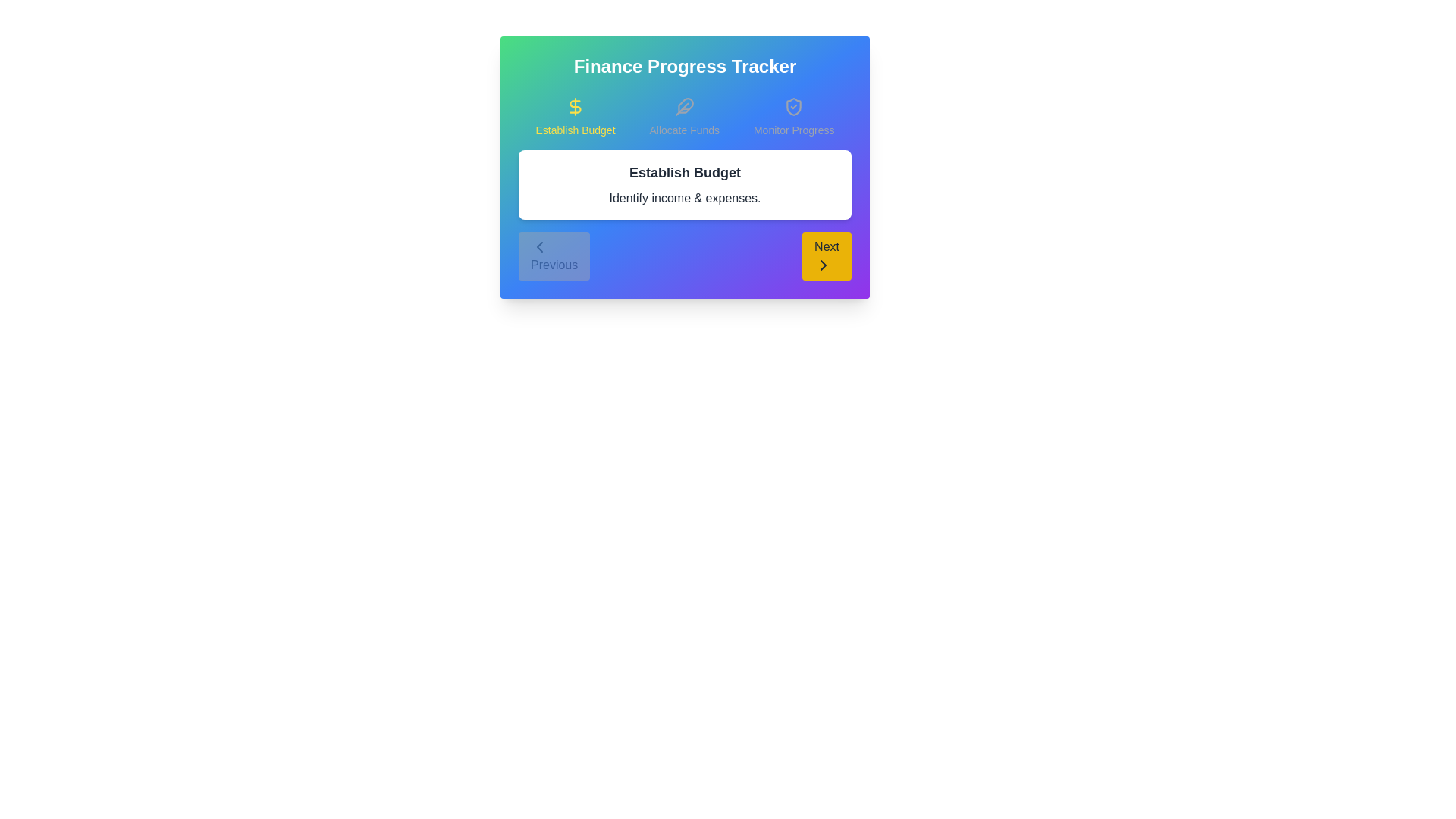 The image size is (1456, 819). Describe the element at coordinates (683, 116) in the screenshot. I see `the process icon for Allocate Funds` at that location.